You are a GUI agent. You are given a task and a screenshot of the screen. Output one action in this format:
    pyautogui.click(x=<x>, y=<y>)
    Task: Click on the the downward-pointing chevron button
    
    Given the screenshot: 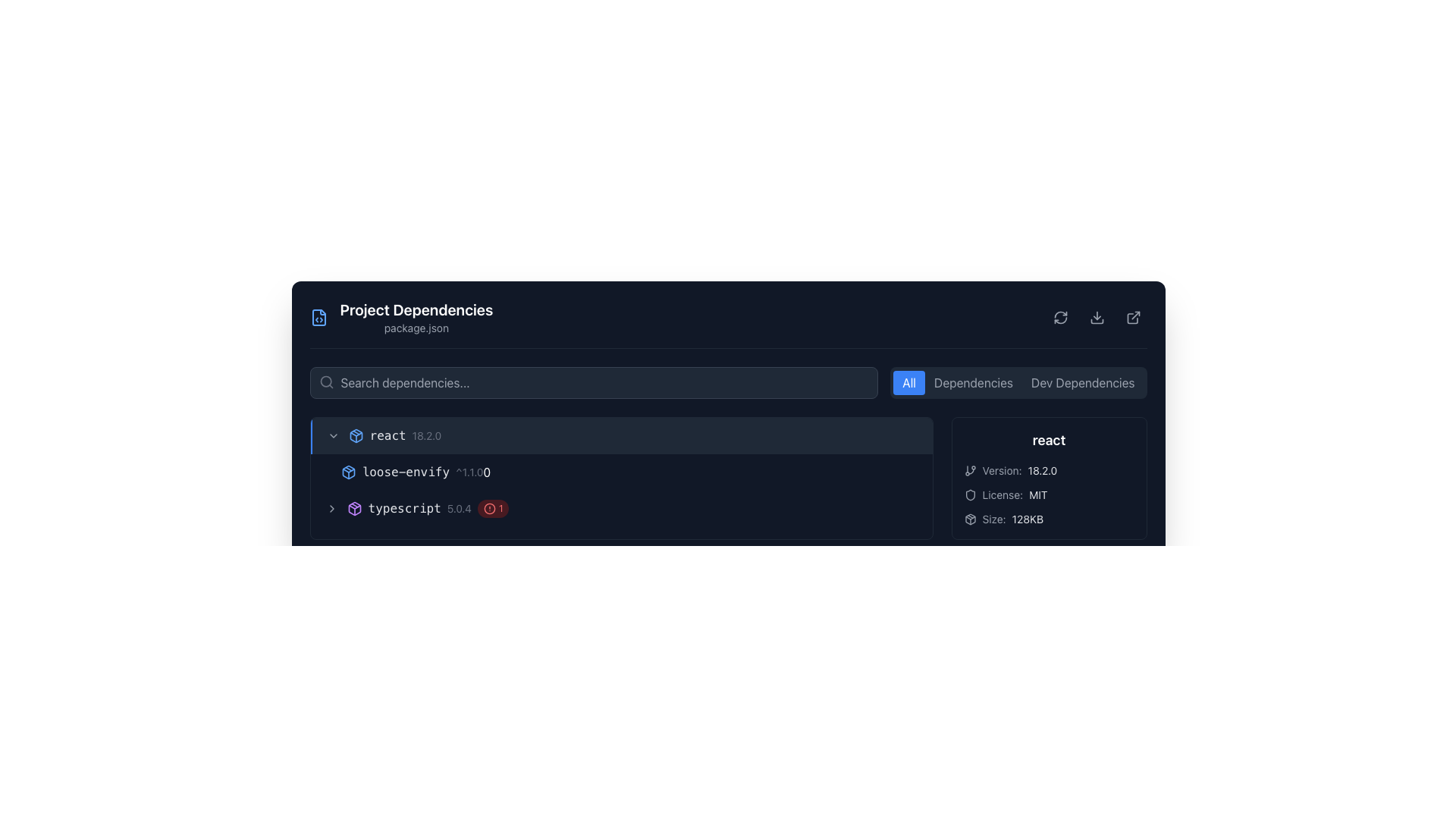 What is the action you would take?
    pyautogui.click(x=332, y=435)
    